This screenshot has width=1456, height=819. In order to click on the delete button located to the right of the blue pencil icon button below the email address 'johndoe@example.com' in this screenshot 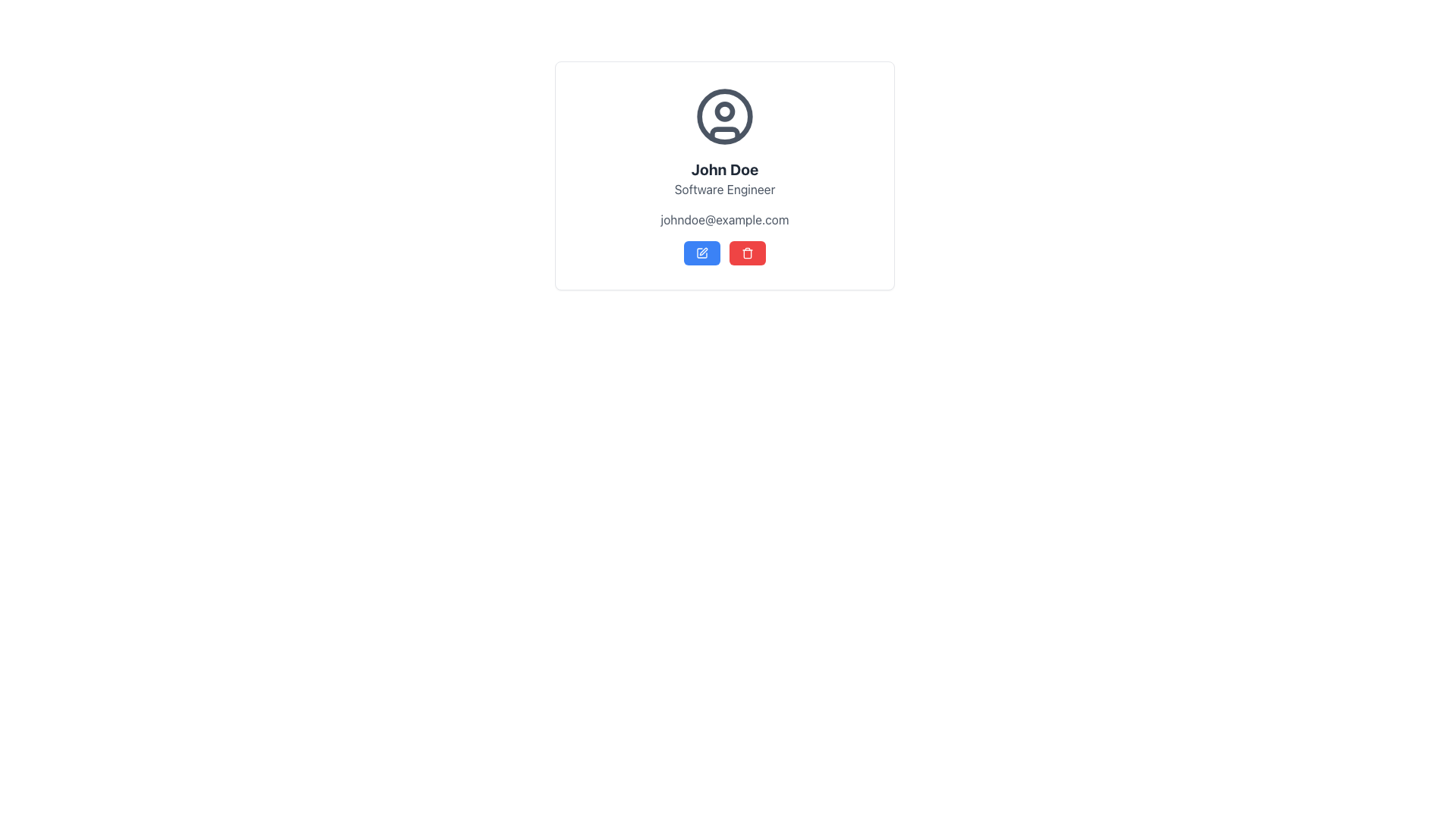, I will do `click(747, 253)`.